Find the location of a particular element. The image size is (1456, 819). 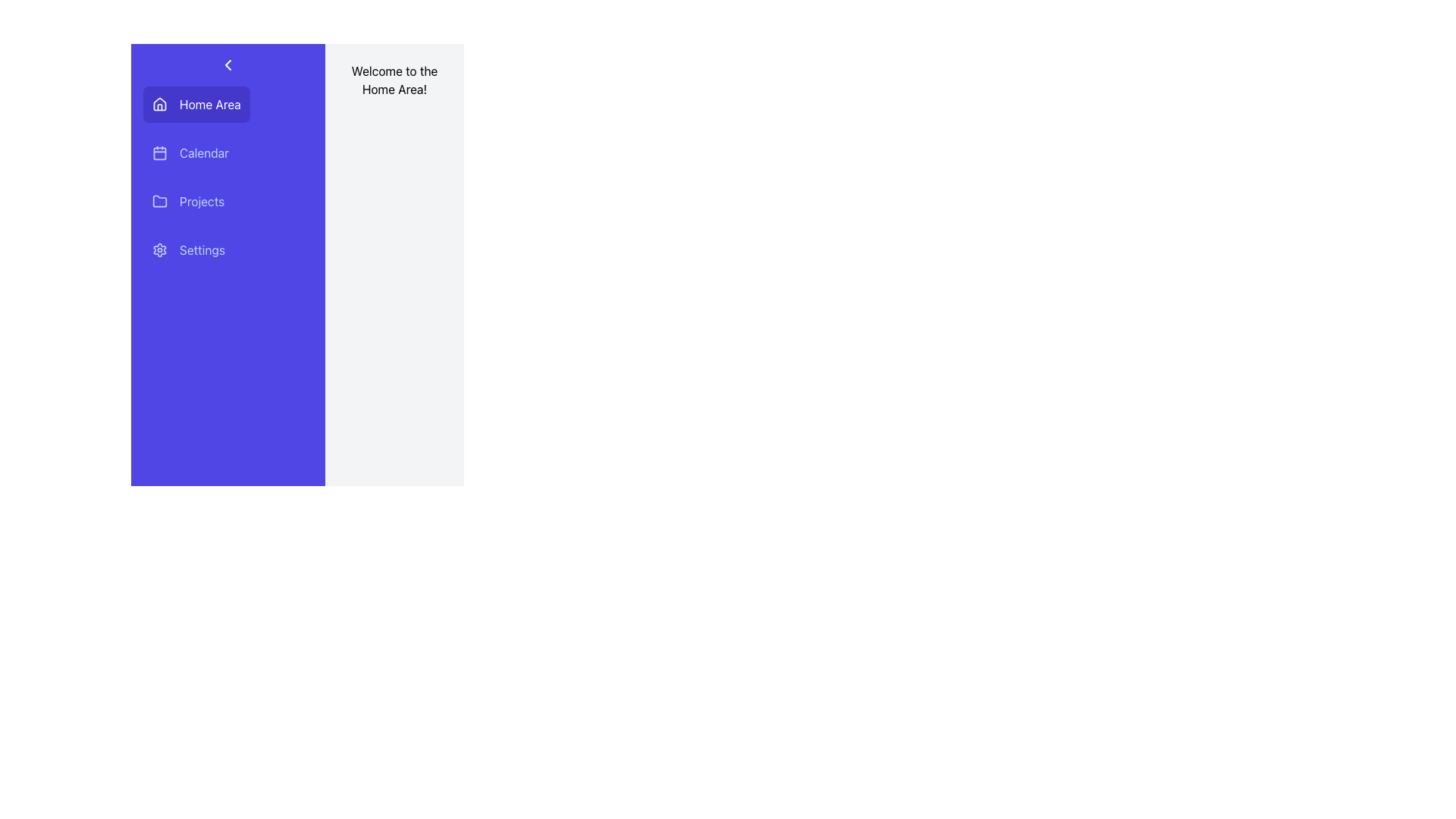

the menu item in the vertical navigation menu located on the left section of the interface is located at coordinates (227, 177).